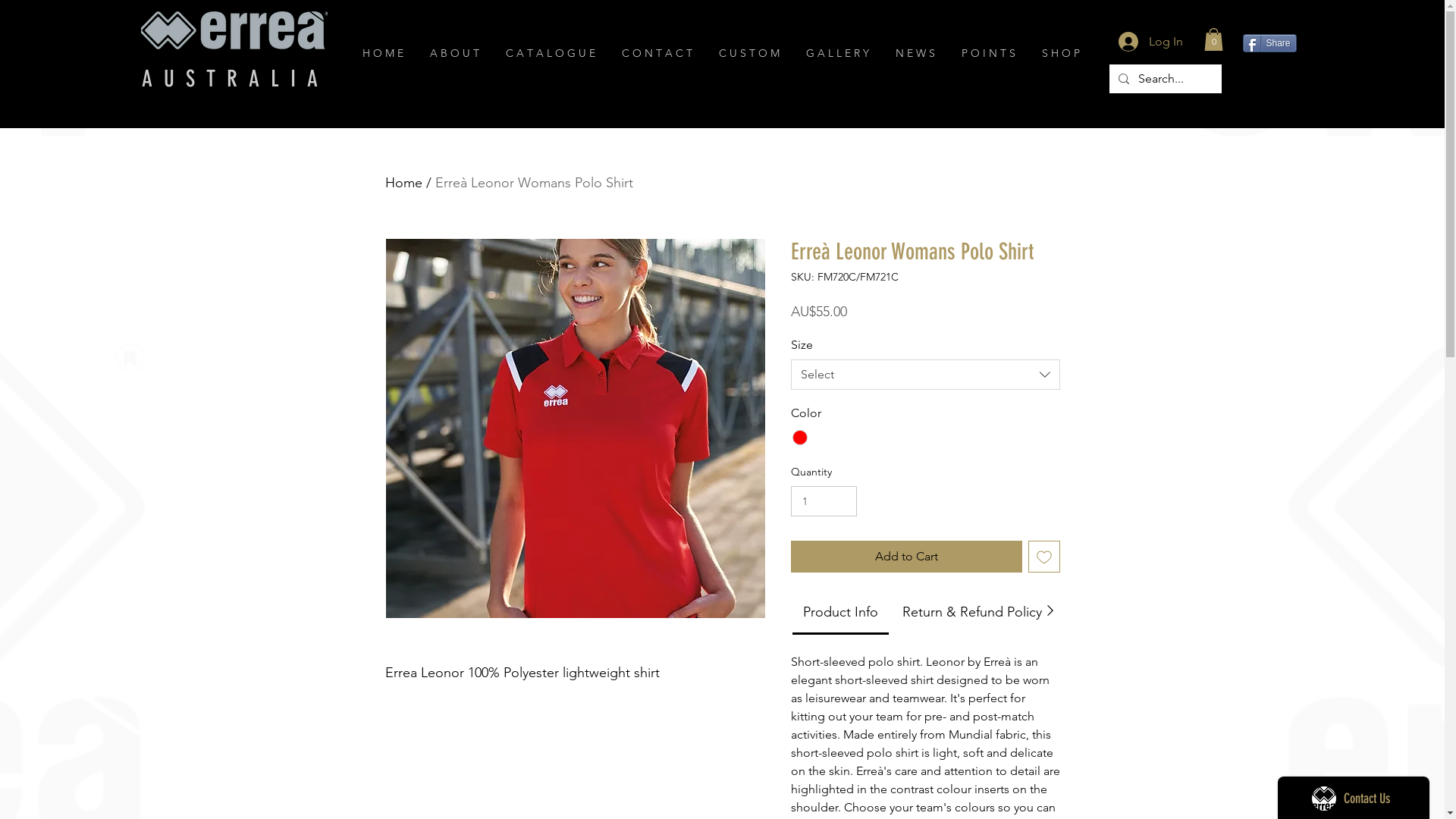 The image size is (1456, 819). Describe the element at coordinates (384, 52) in the screenshot. I see `'H O M E'` at that location.